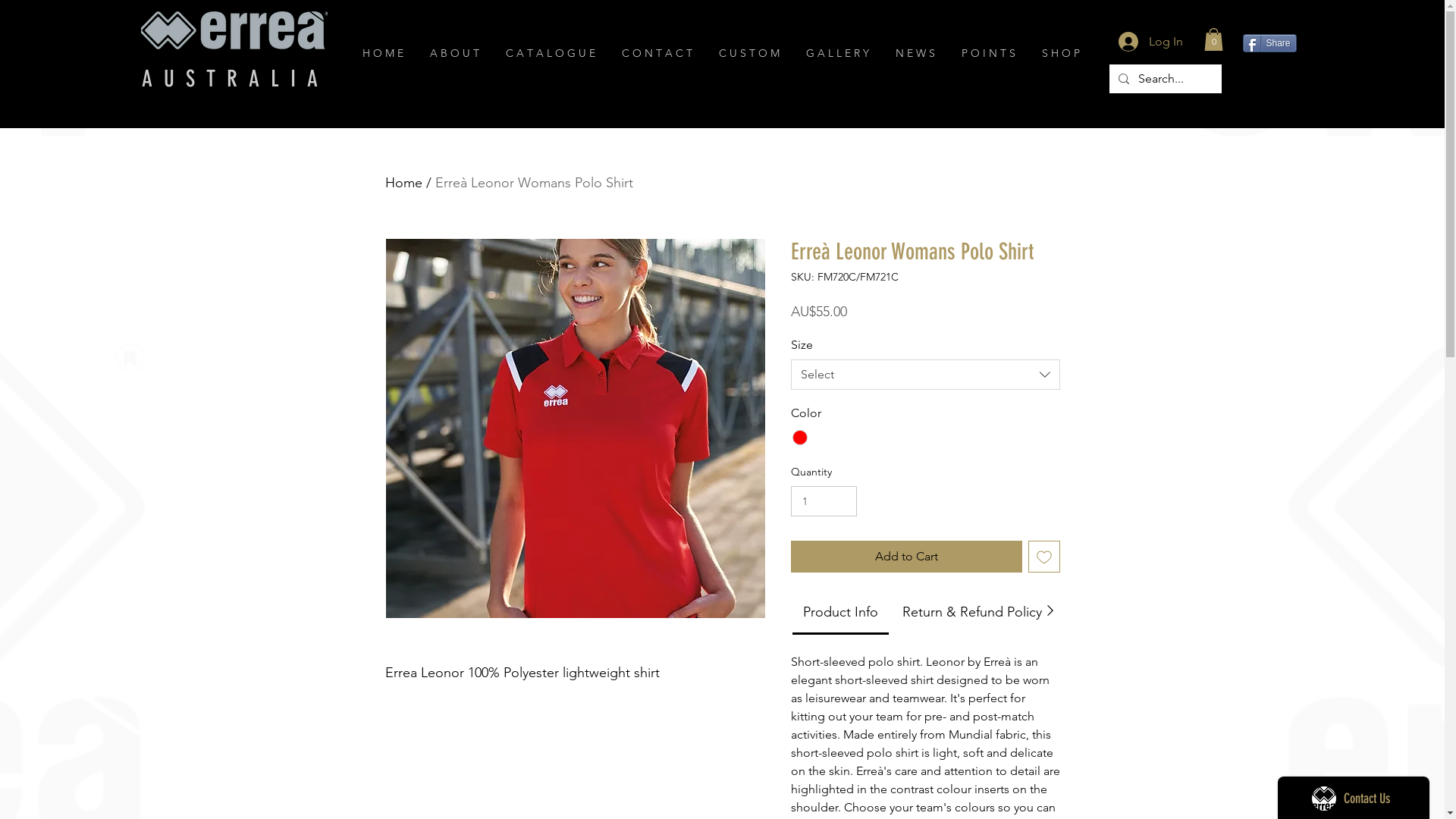 The image size is (1456, 819). Describe the element at coordinates (384, 52) in the screenshot. I see `'H O M E'` at that location.